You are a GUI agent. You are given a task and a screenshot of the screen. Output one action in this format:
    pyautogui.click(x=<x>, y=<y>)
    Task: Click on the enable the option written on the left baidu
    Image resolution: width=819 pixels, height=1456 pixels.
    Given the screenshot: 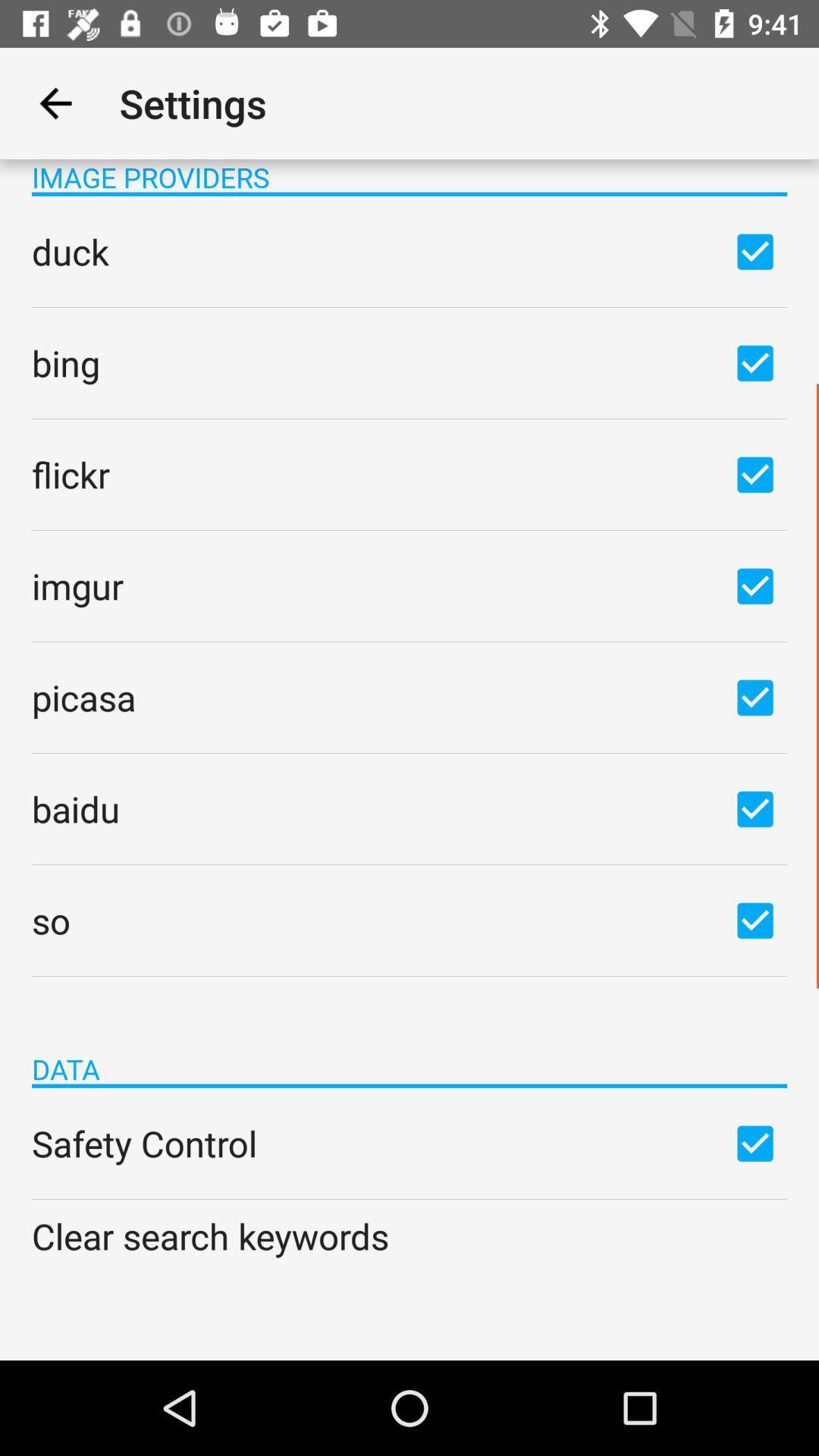 What is the action you would take?
    pyautogui.click(x=755, y=808)
    